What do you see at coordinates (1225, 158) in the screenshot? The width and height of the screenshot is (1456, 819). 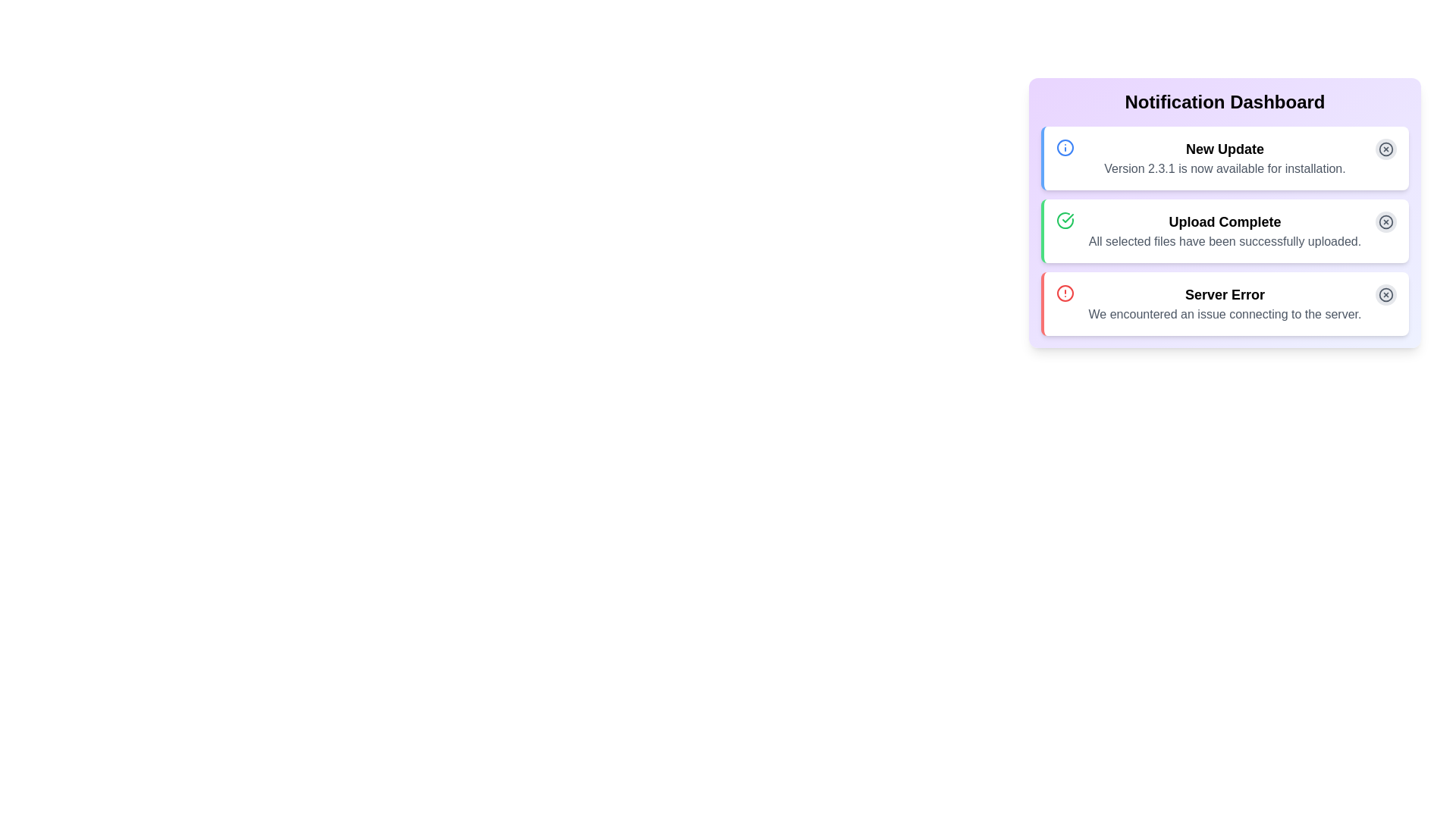 I see `the Notification card that informs users about a new software update, which is the first notification in a vertically stacked list` at bounding box center [1225, 158].